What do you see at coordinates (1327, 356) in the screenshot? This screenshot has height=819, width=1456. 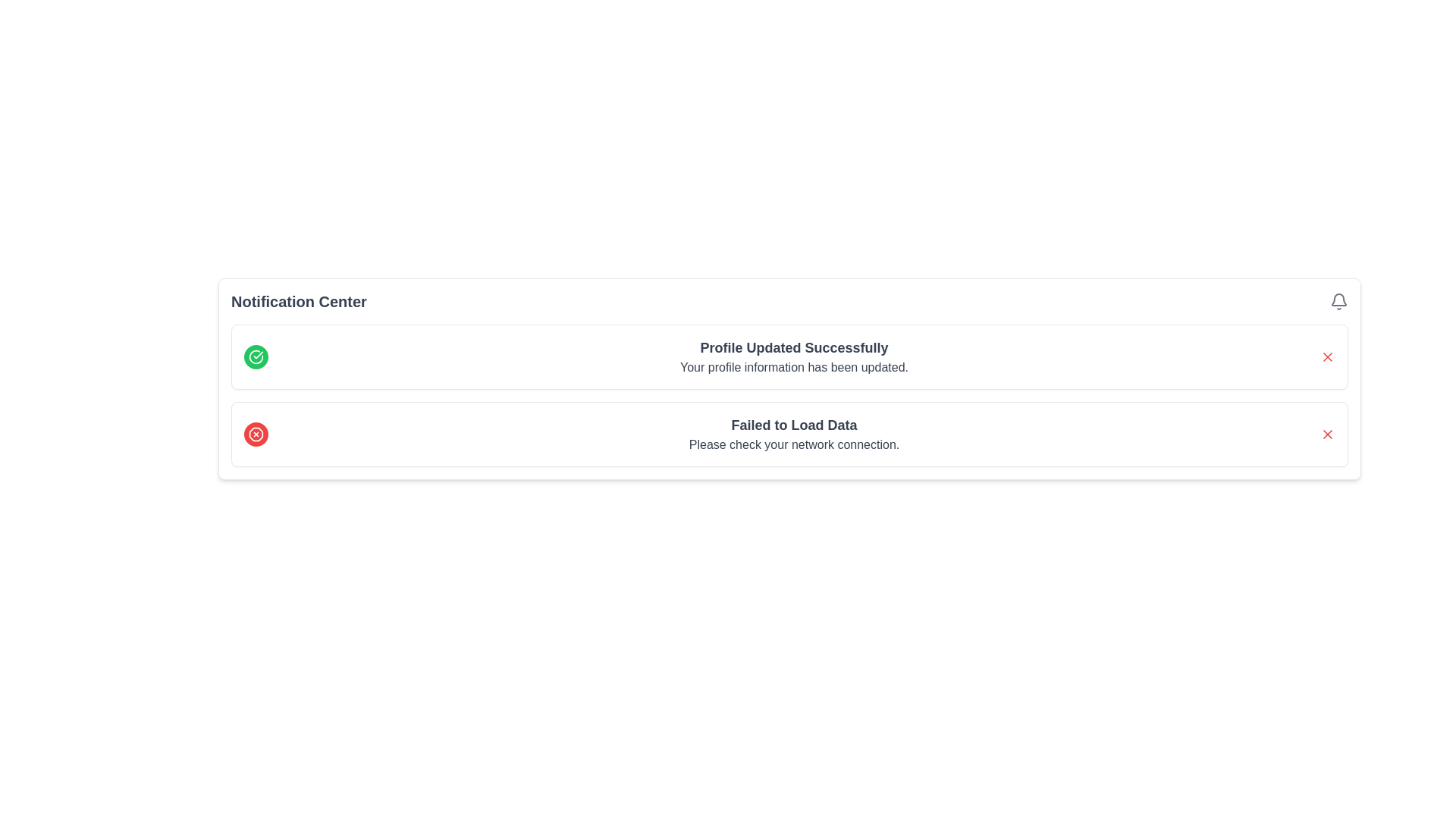 I see `the close button located in the top-right corner of the 'Profile Updated Successfully' notification` at bounding box center [1327, 356].